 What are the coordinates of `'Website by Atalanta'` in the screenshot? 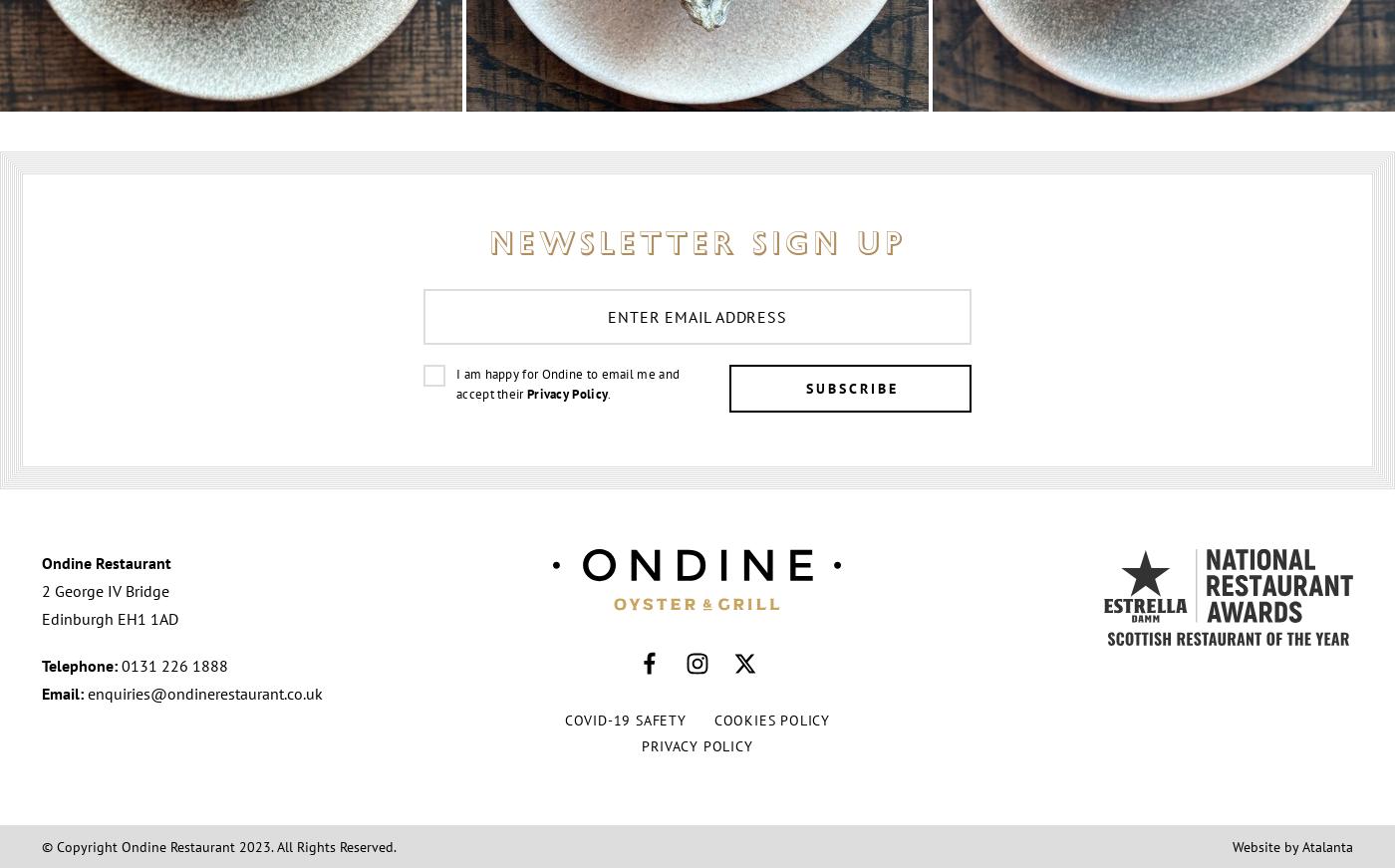 It's located at (1233, 847).